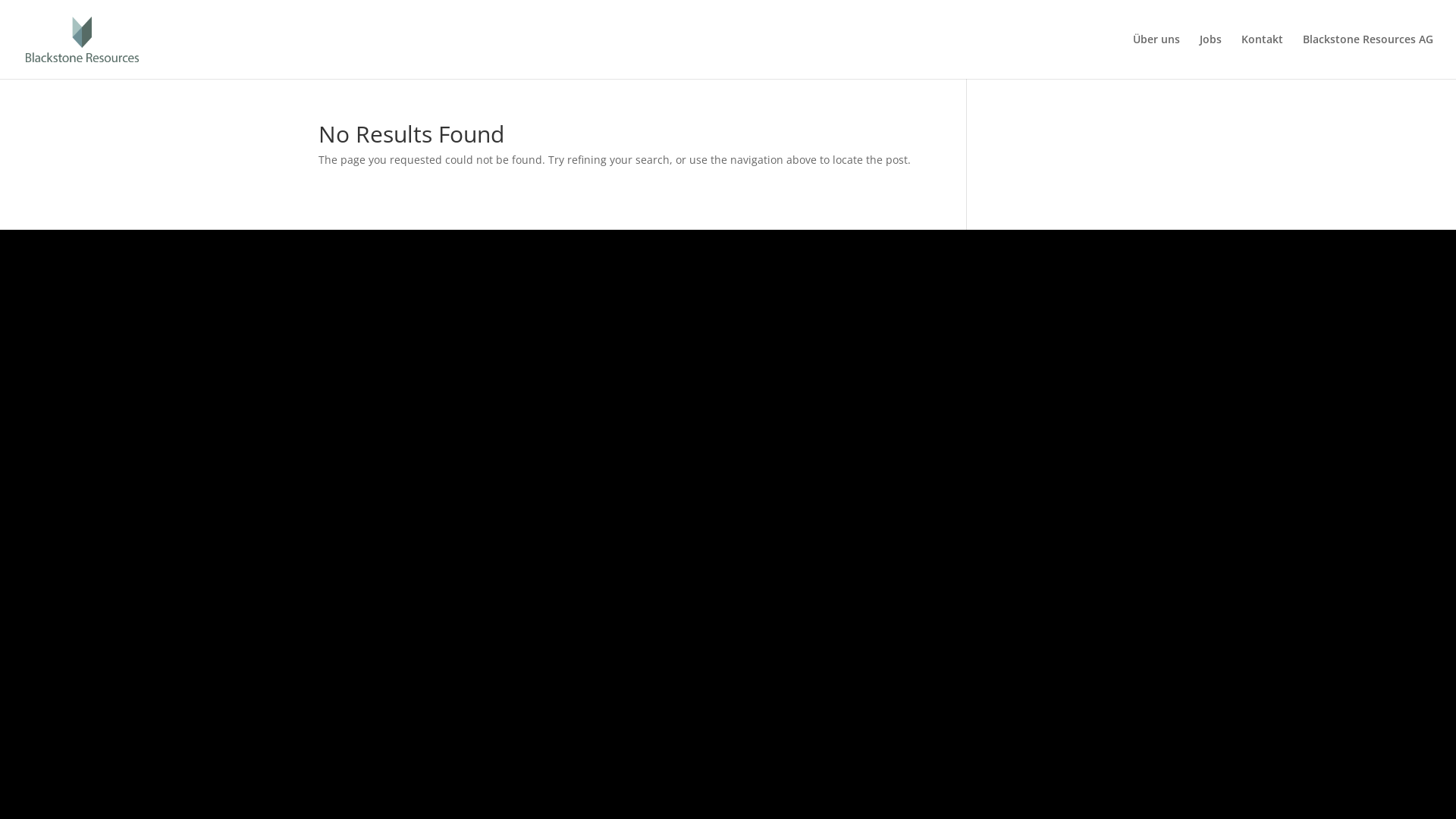  I want to click on 'Kontakt', so click(1262, 55).